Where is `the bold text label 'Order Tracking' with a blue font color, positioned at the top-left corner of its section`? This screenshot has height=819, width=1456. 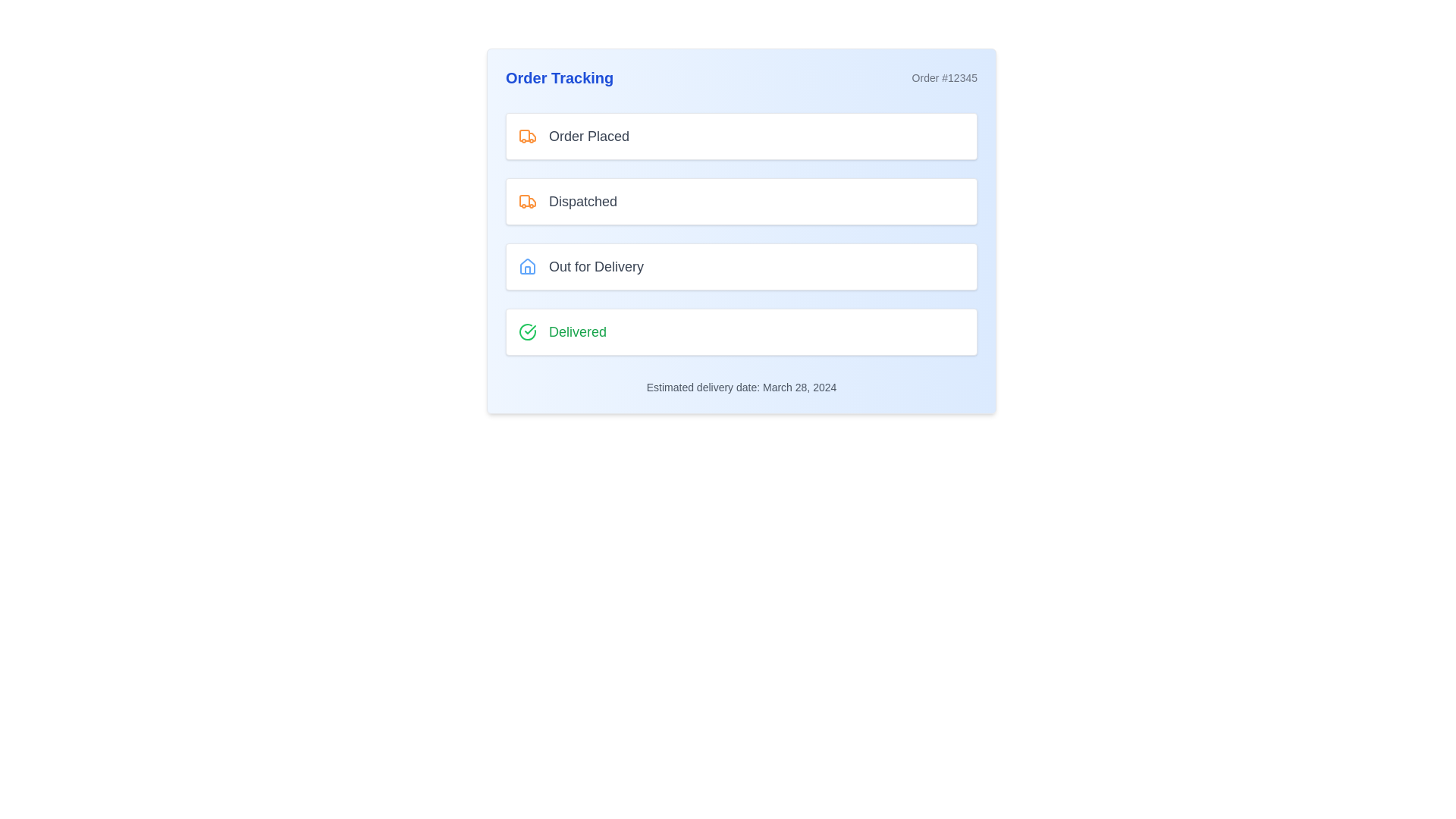
the bold text label 'Order Tracking' with a blue font color, positioned at the top-left corner of its section is located at coordinates (559, 78).